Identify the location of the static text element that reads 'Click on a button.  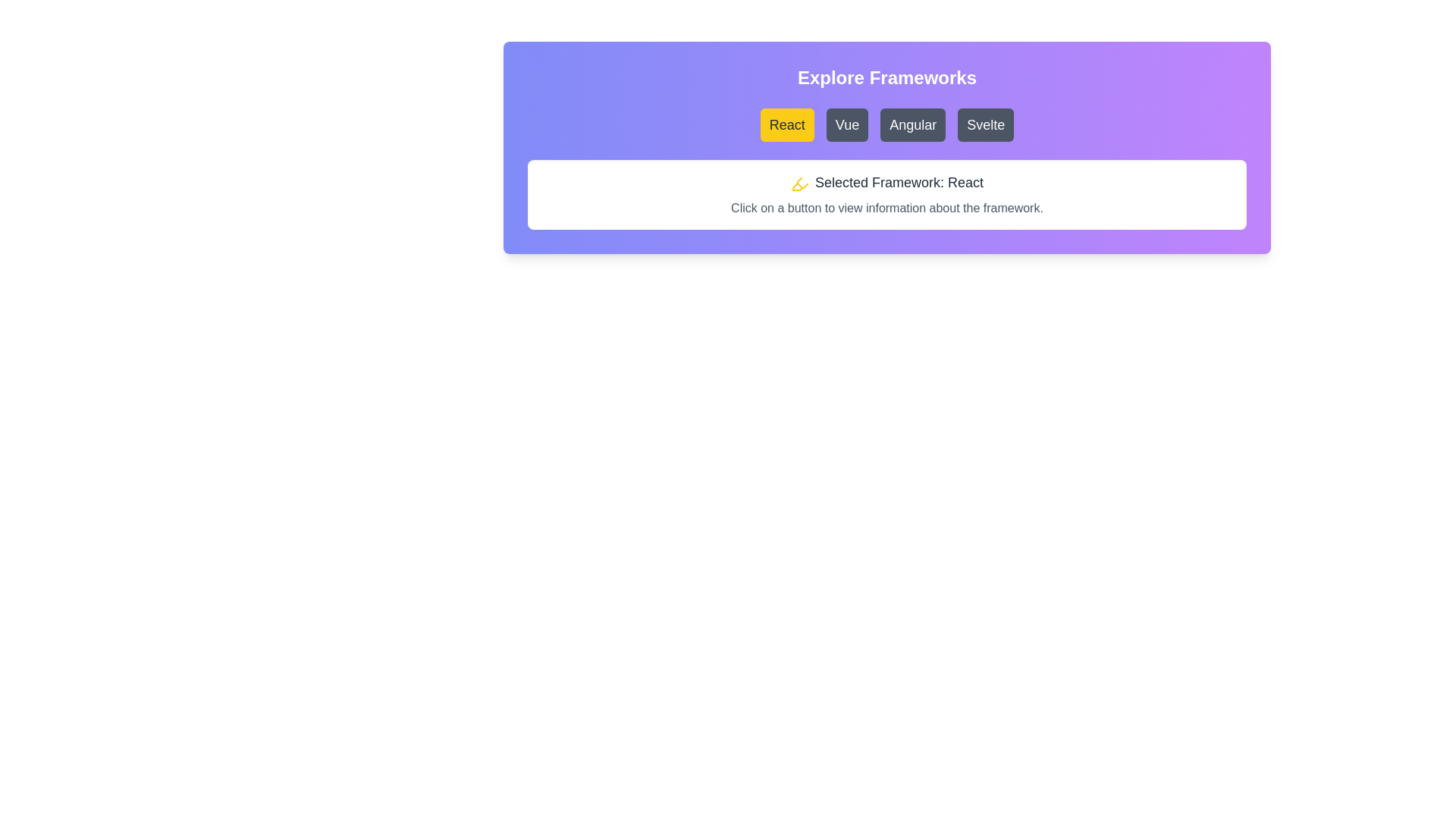
(887, 208).